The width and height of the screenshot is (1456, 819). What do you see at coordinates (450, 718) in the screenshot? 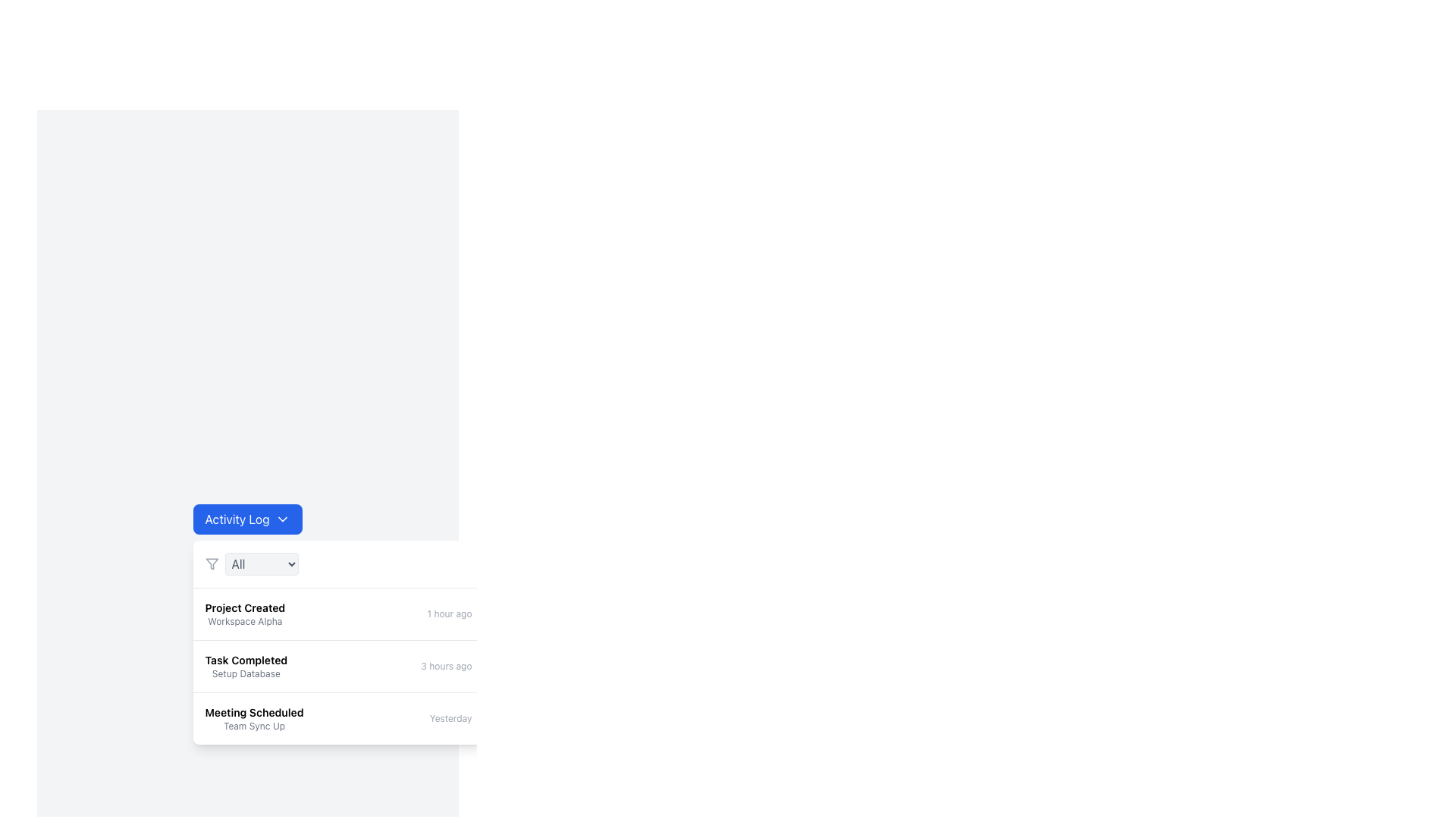
I see `text content of the Text Label indicating the timestamp for the 'Meeting Scheduled' and 'Team Sync Up' activities in the third entry of the activity log` at bounding box center [450, 718].